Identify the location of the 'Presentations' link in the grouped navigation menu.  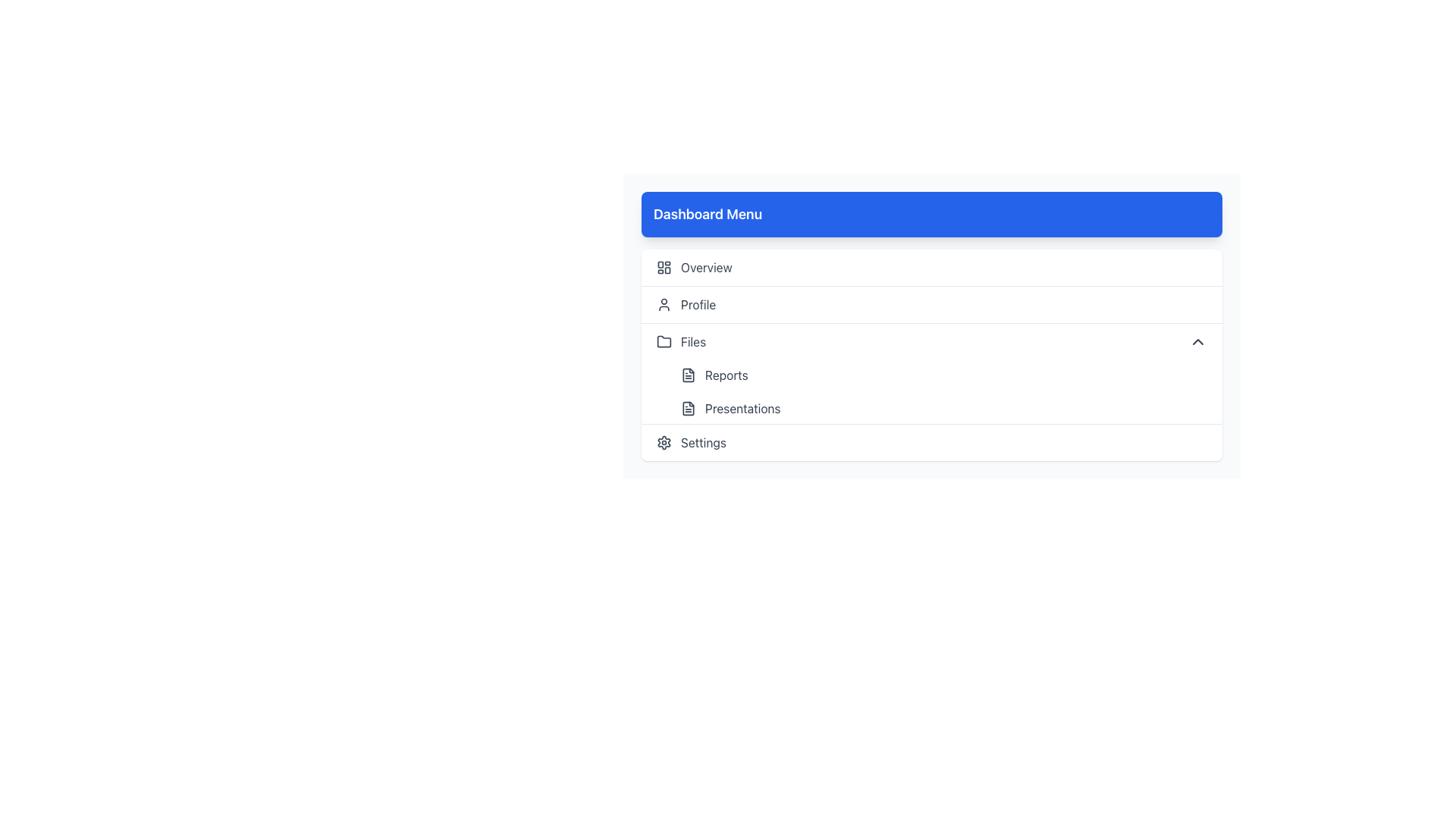
(930, 391).